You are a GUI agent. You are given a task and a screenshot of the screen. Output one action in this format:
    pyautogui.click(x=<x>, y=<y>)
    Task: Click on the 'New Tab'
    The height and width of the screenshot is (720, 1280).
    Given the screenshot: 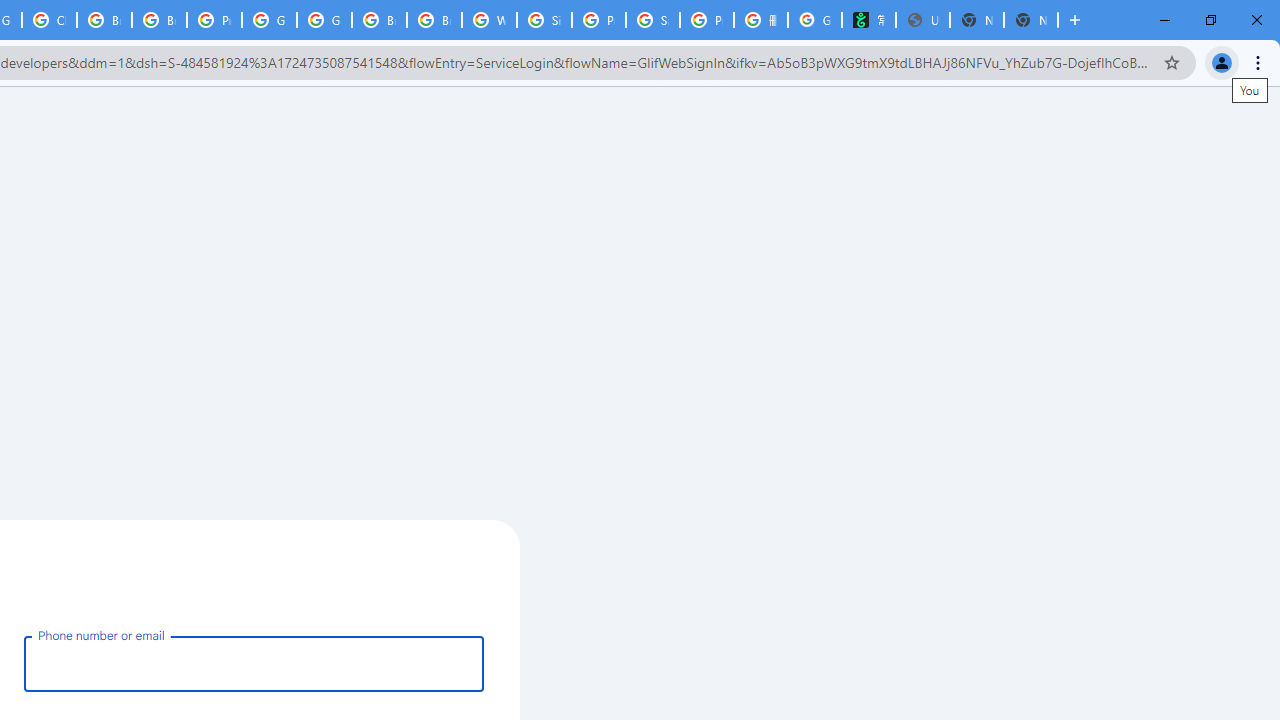 What is the action you would take?
    pyautogui.click(x=1031, y=20)
    